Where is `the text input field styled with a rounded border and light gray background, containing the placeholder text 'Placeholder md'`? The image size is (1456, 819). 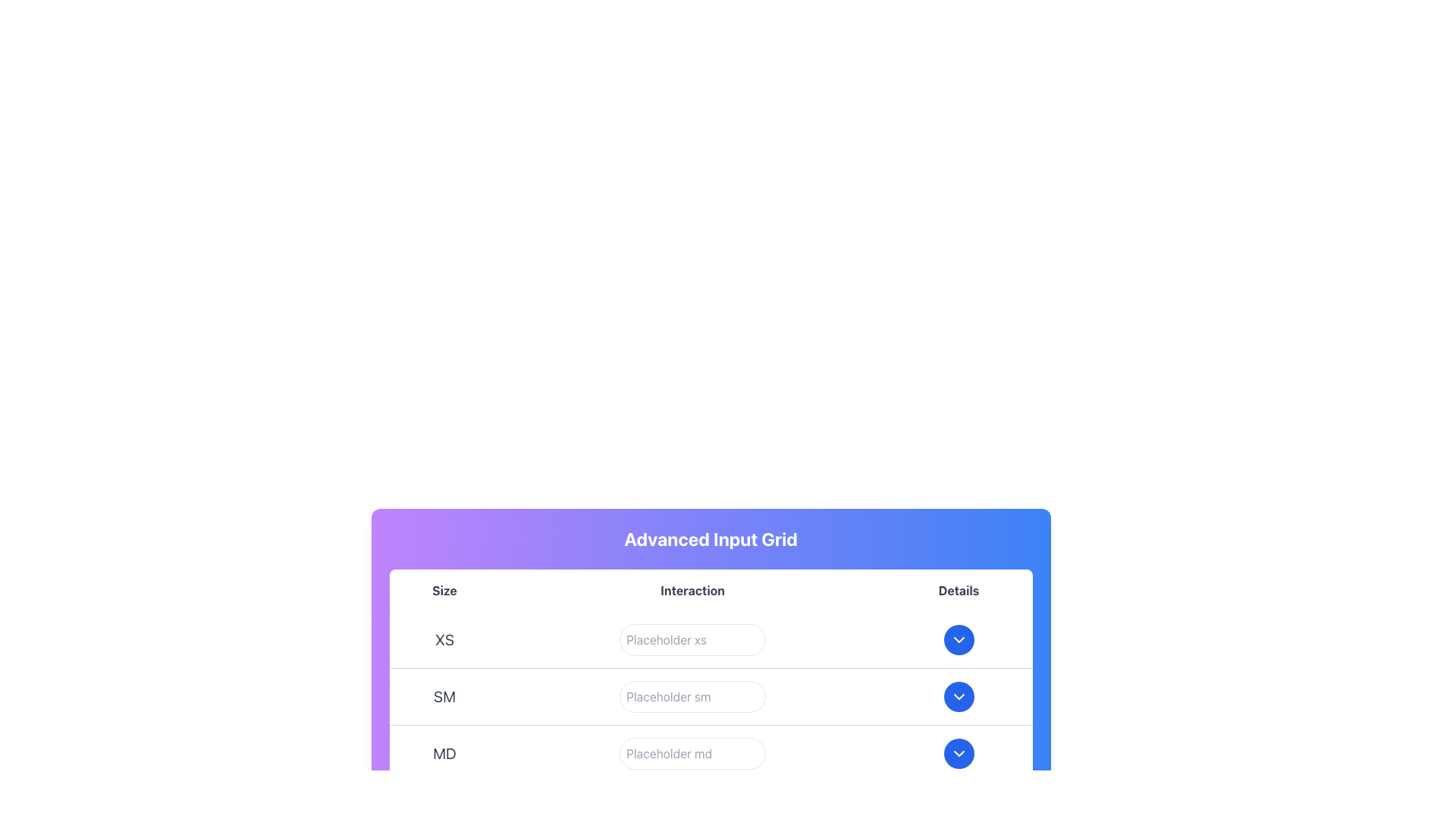
the text input field styled with a rounded border and light gray background, containing the placeholder text 'Placeholder md' is located at coordinates (692, 754).